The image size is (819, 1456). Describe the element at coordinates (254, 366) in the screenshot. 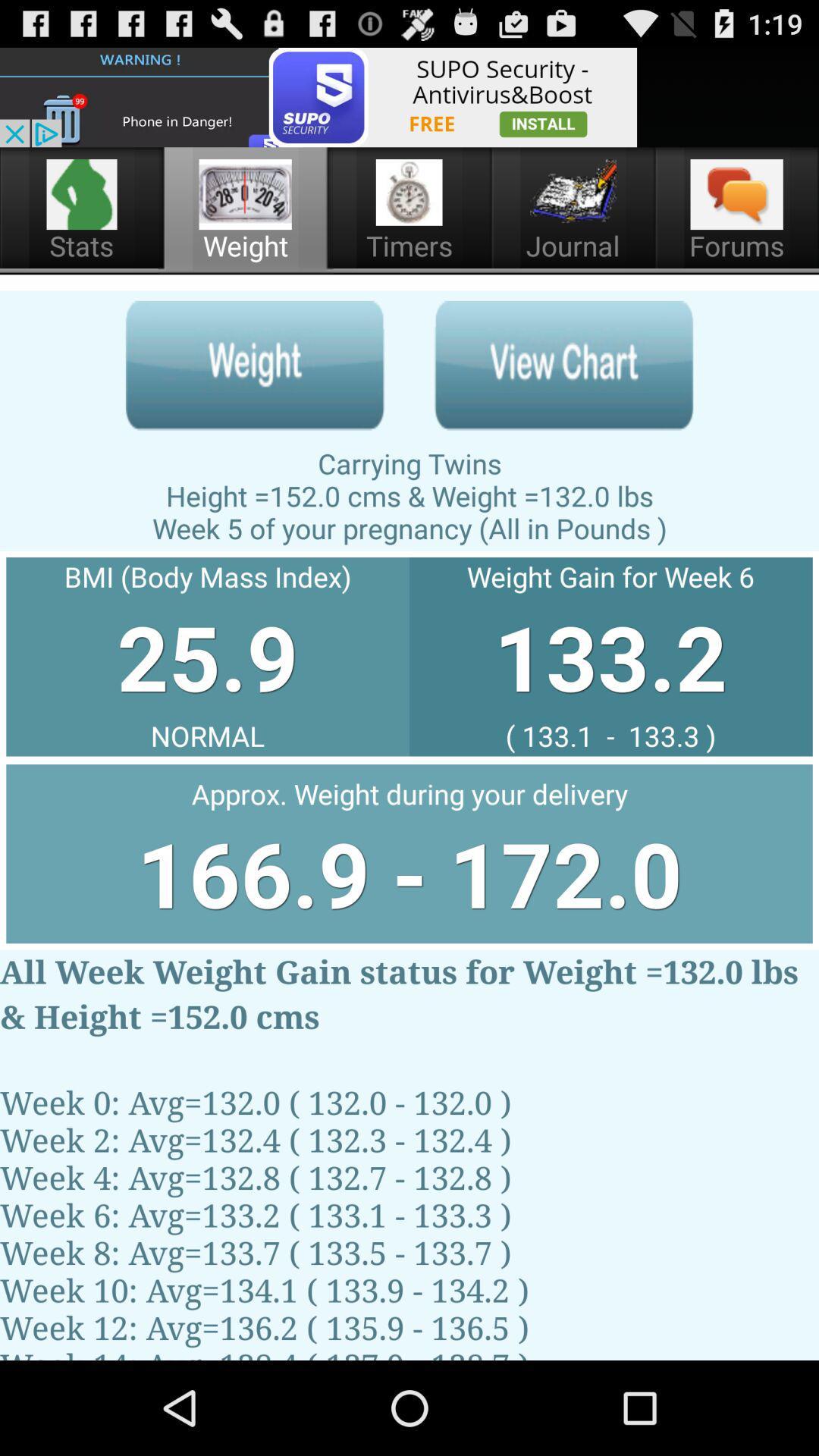

I see `weight` at that location.